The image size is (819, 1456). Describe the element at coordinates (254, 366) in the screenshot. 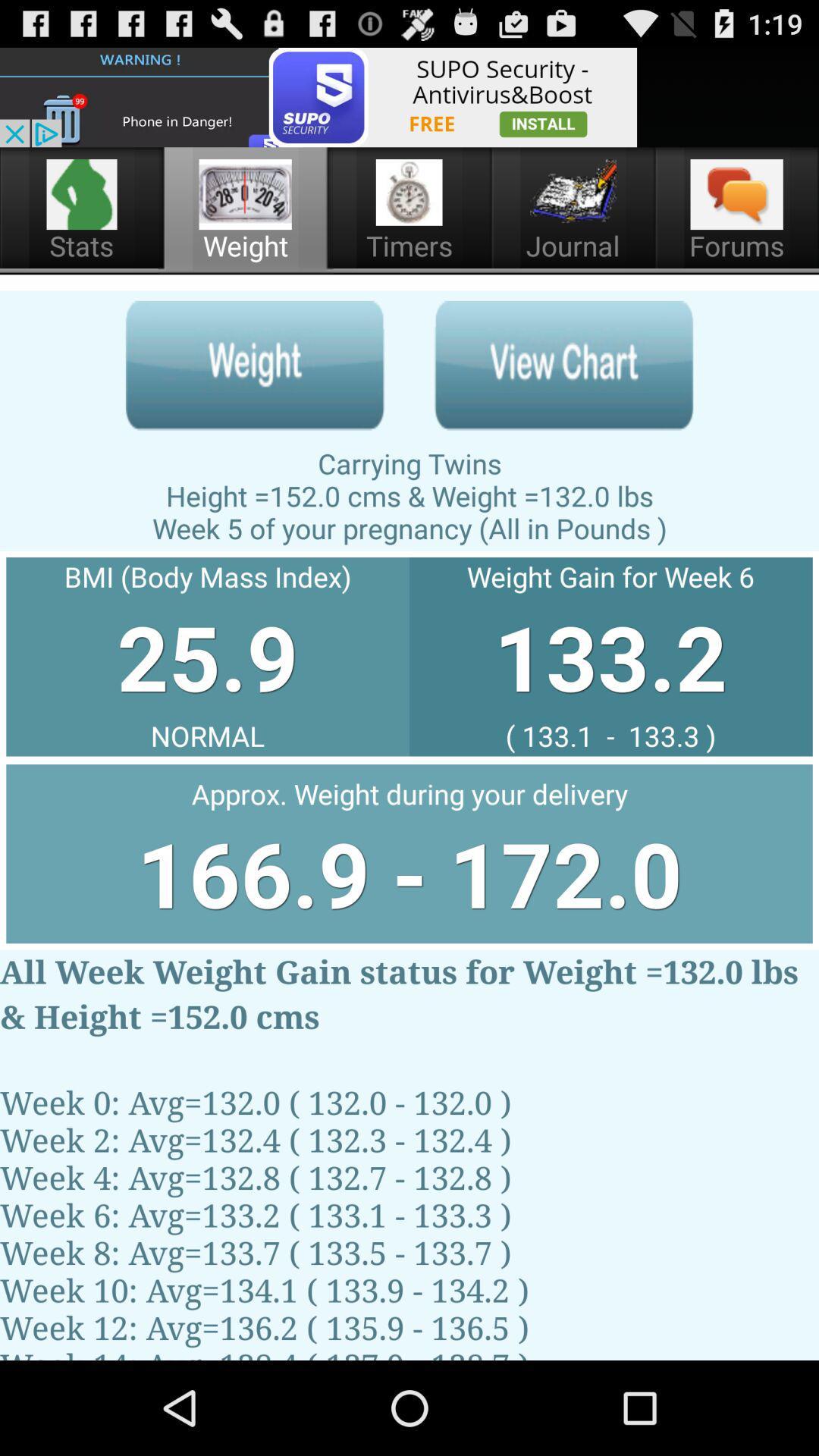

I see `weight` at that location.